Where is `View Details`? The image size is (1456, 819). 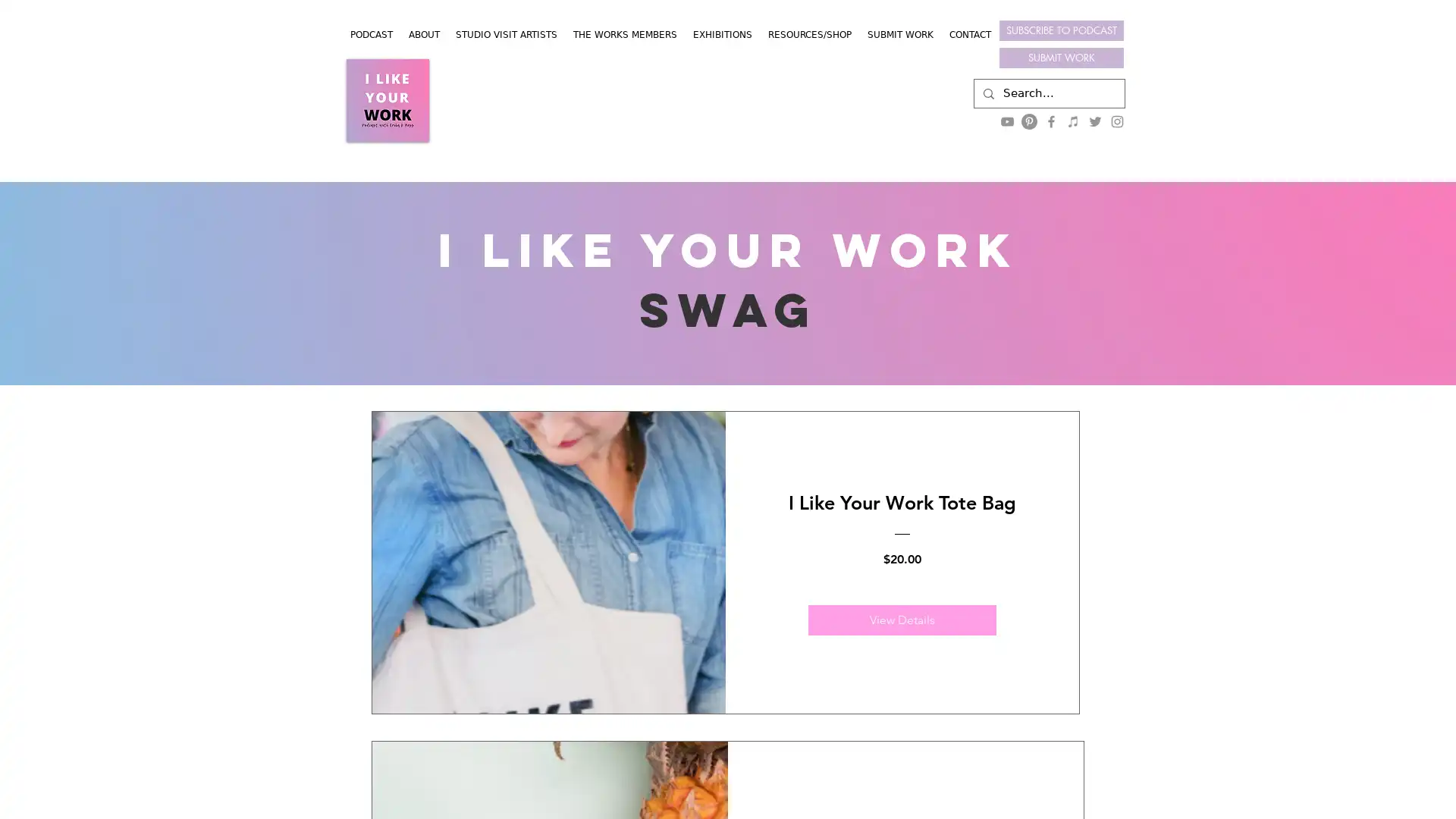
View Details is located at coordinates (902, 620).